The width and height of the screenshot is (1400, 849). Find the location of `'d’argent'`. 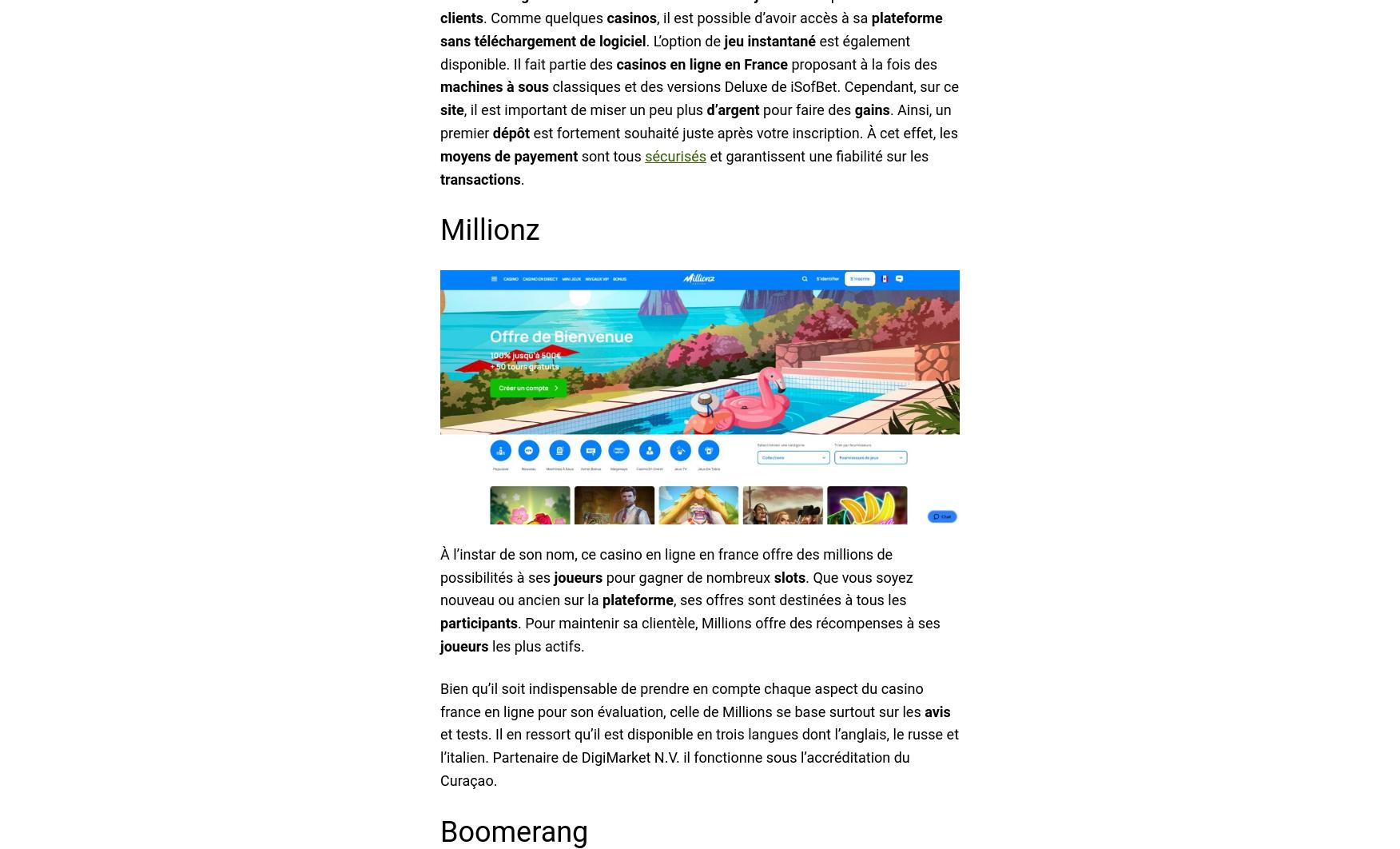

'd’argent' is located at coordinates (732, 110).